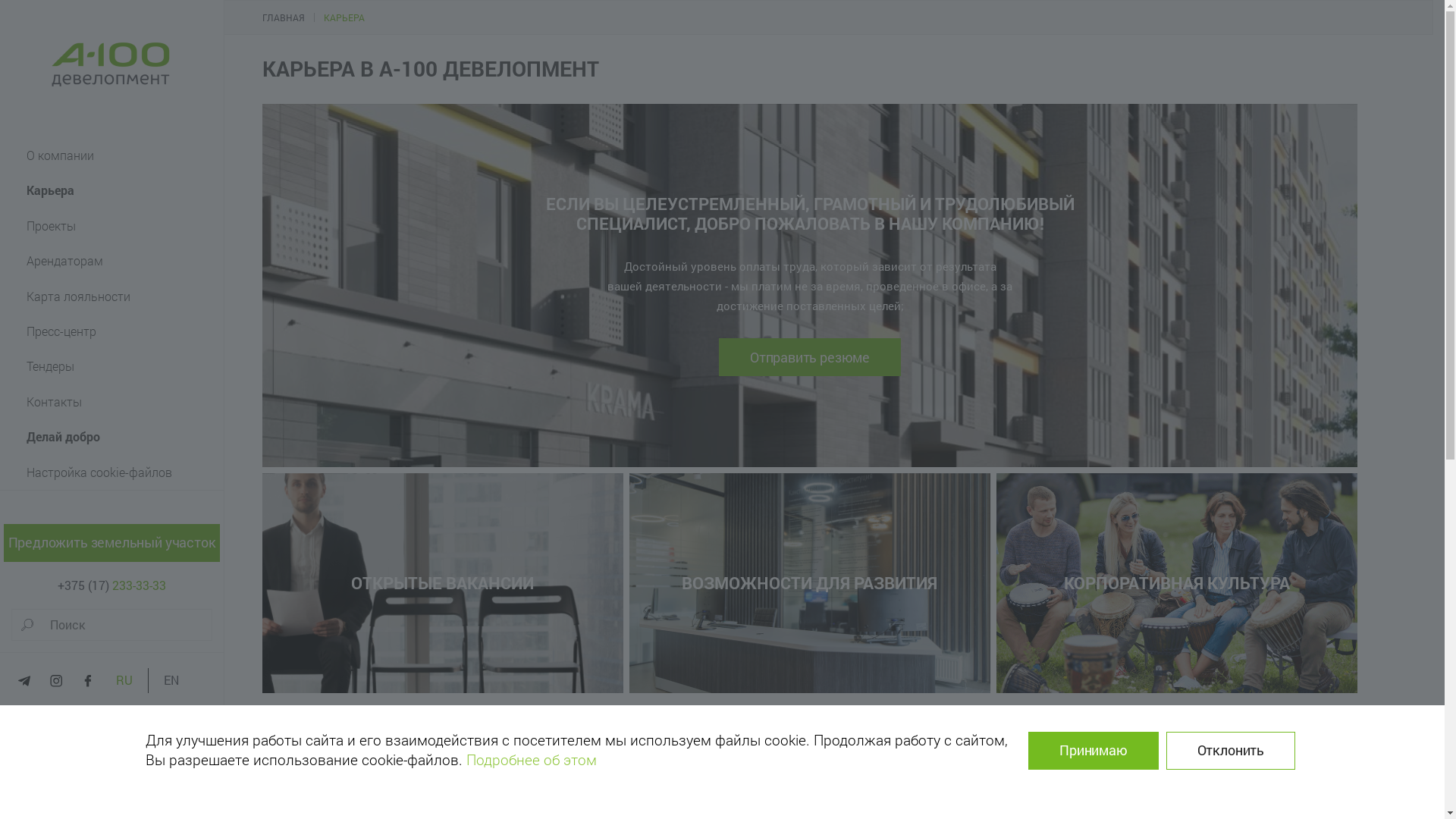  I want to click on '+375 (17) 233-33-33', so click(111, 584).